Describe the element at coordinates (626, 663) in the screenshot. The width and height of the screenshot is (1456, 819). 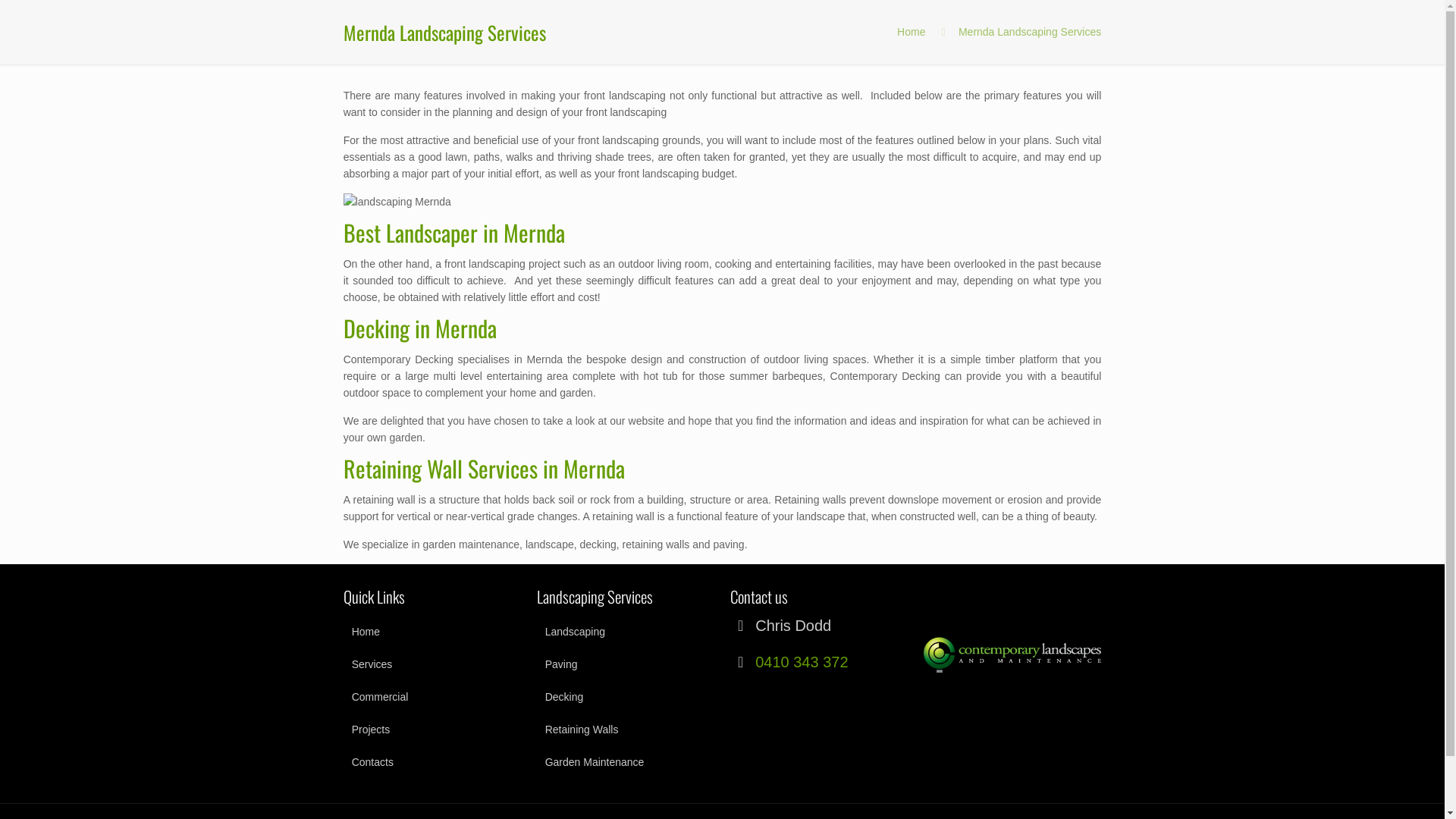
I see `'Paving'` at that location.